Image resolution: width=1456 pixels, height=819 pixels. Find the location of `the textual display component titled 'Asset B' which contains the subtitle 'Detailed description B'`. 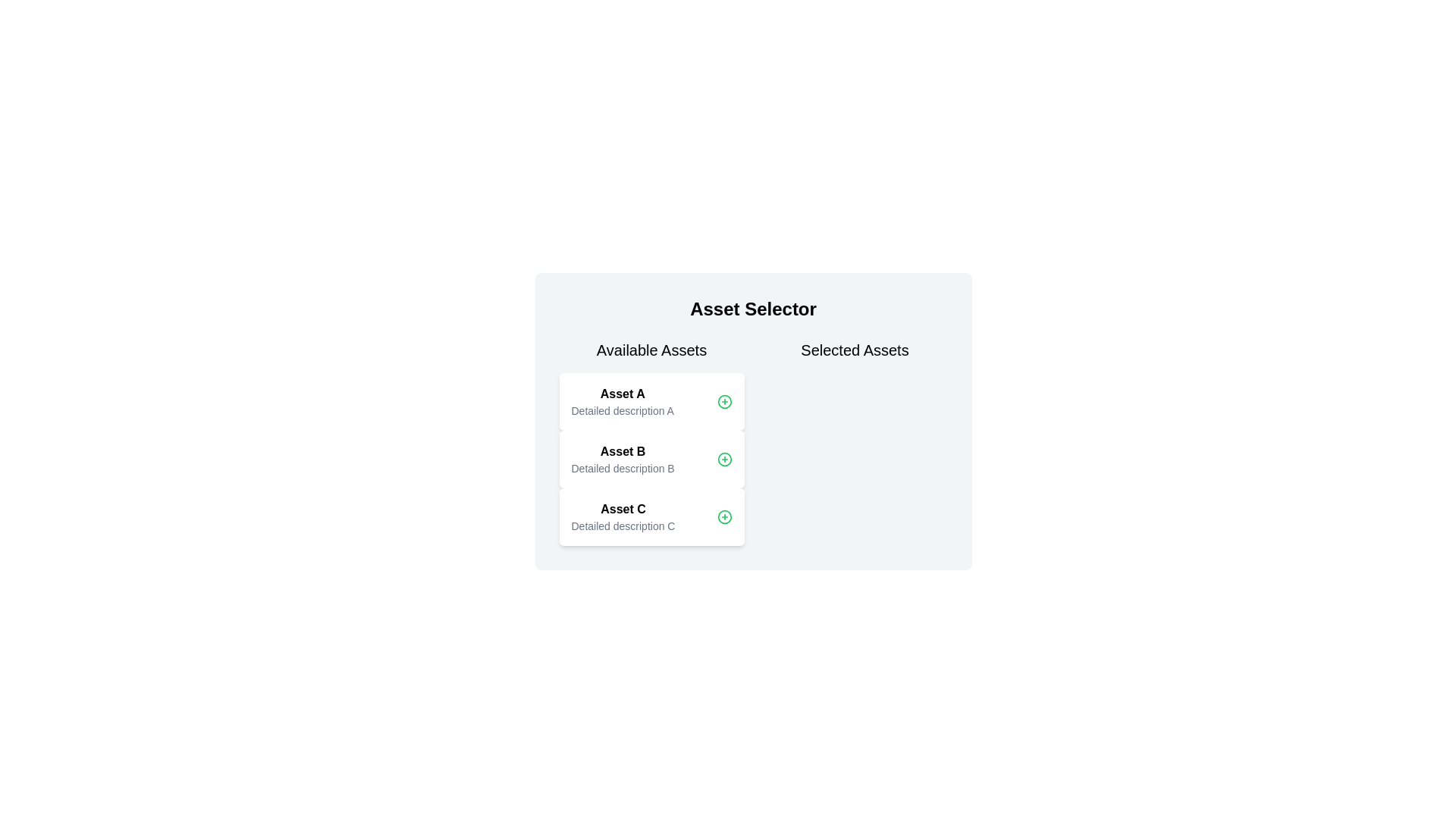

the textual display component titled 'Asset B' which contains the subtitle 'Detailed description B' is located at coordinates (623, 458).